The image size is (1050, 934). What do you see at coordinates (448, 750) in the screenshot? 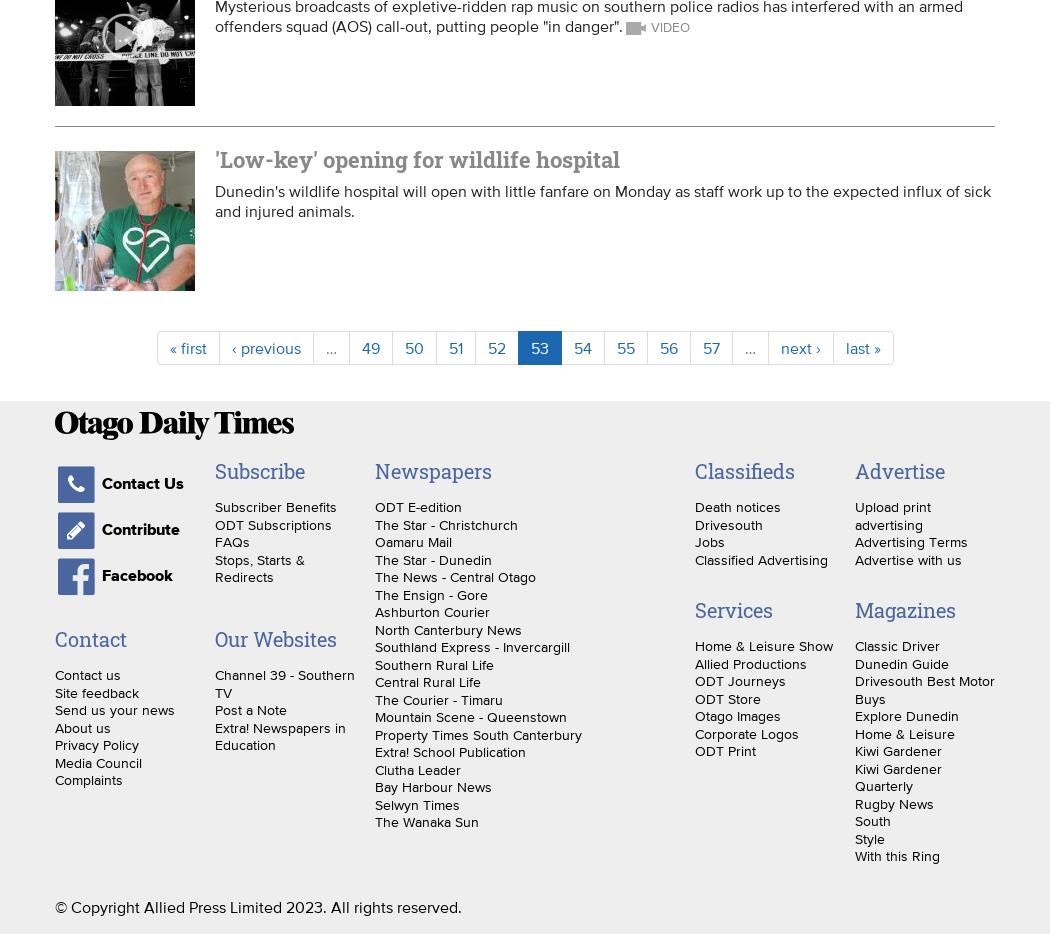
I see `'Extra! School Publication'` at bounding box center [448, 750].